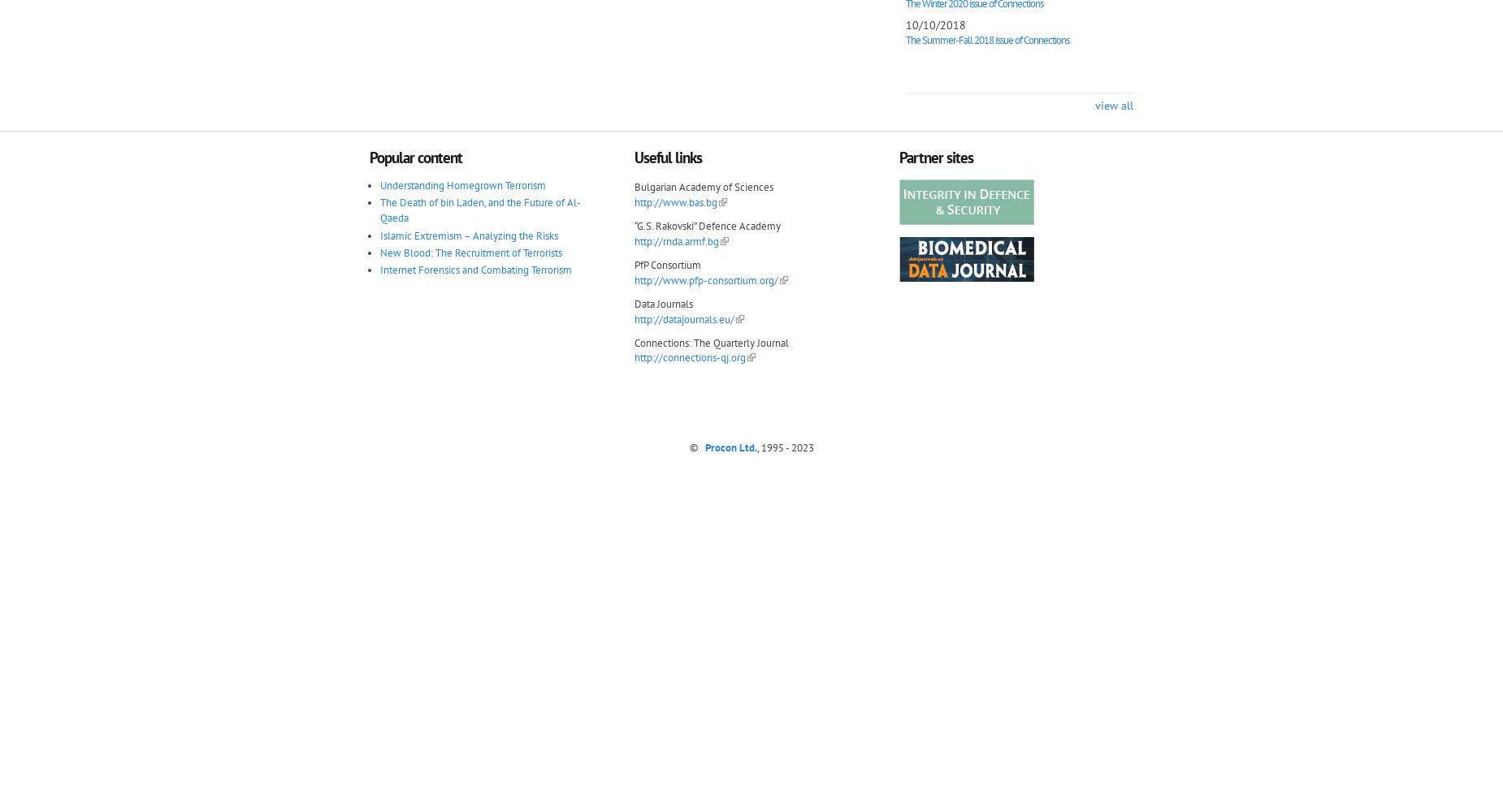 The height and width of the screenshot is (812, 1503). Describe the element at coordinates (1094, 105) in the screenshot. I see `'view all'` at that location.